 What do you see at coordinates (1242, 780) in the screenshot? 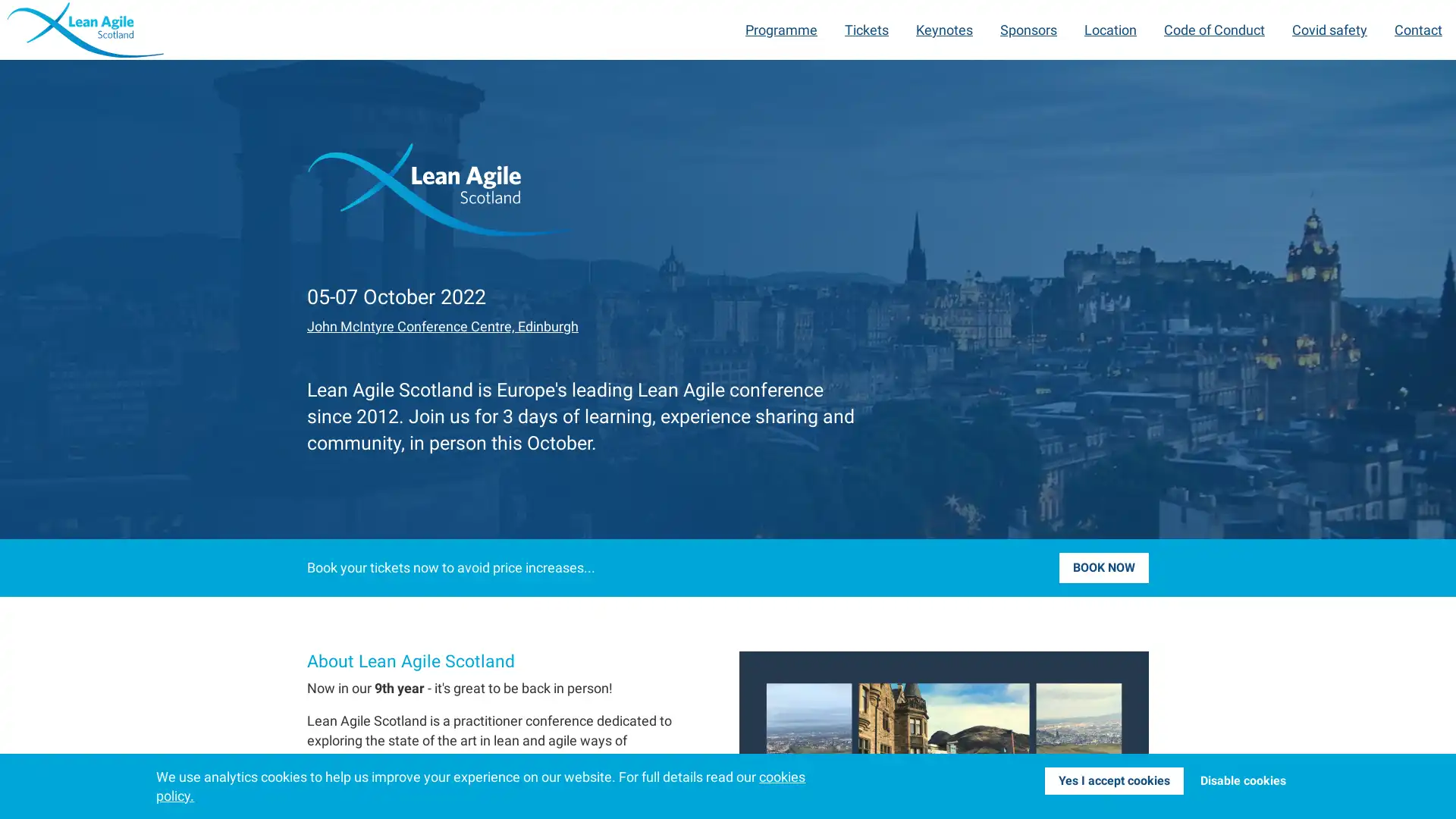
I see `Disable cookies` at bounding box center [1242, 780].